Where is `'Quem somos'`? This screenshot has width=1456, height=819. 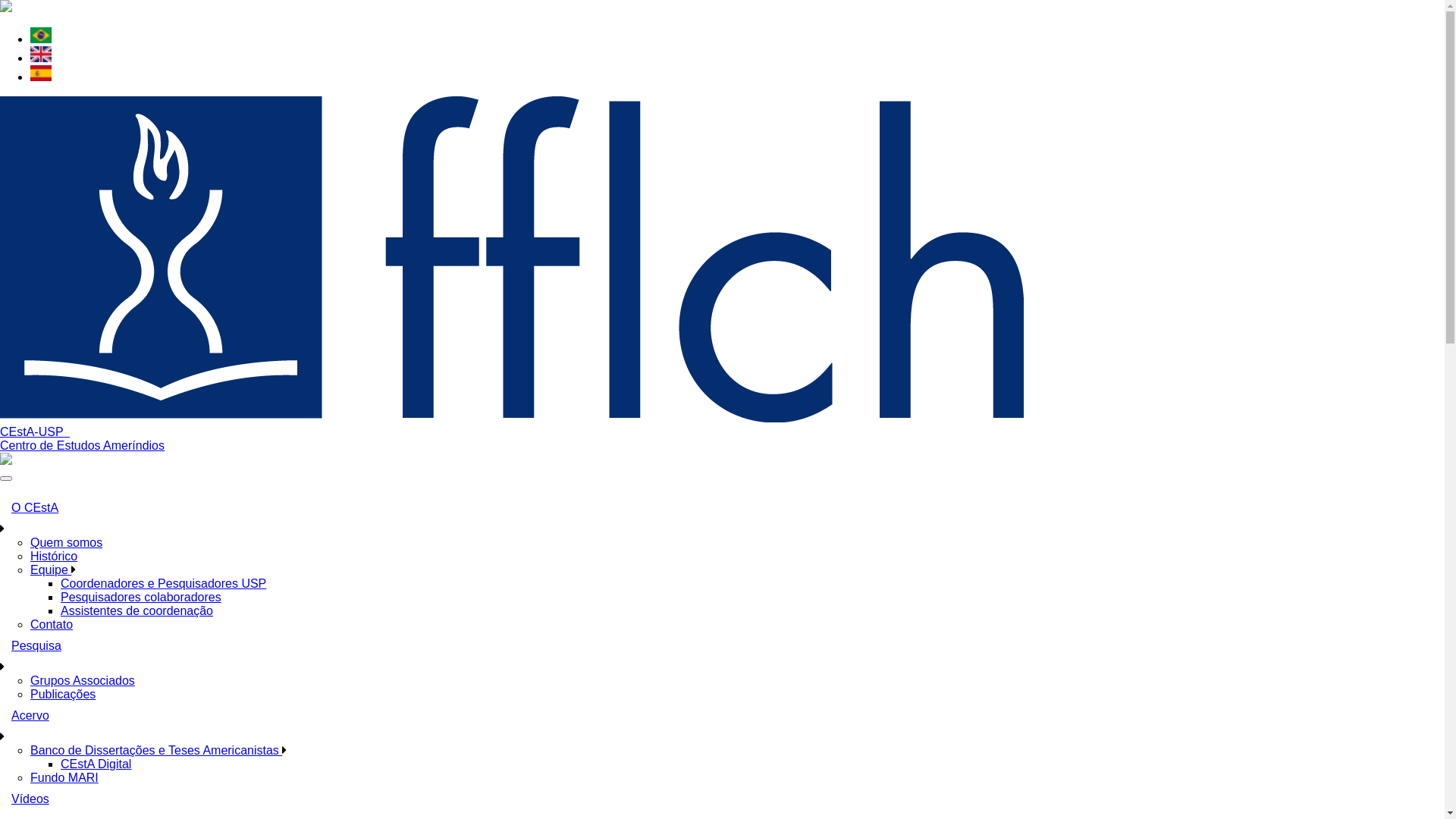
'Quem somos' is located at coordinates (65, 541).